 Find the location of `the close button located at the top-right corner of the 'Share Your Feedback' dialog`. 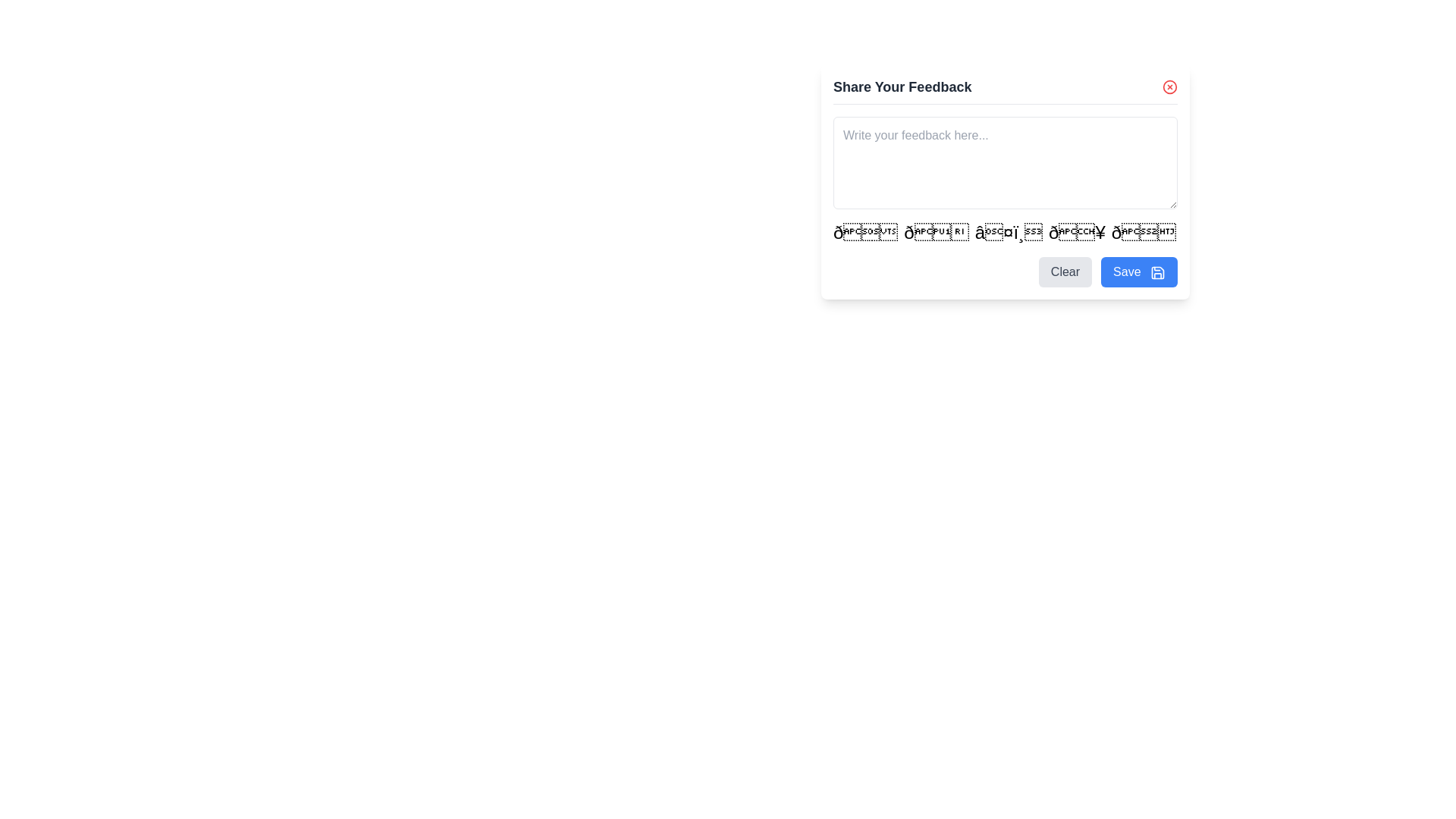

the close button located at the top-right corner of the 'Share Your Feedback' dialog is located at coordinates (1169, 87).